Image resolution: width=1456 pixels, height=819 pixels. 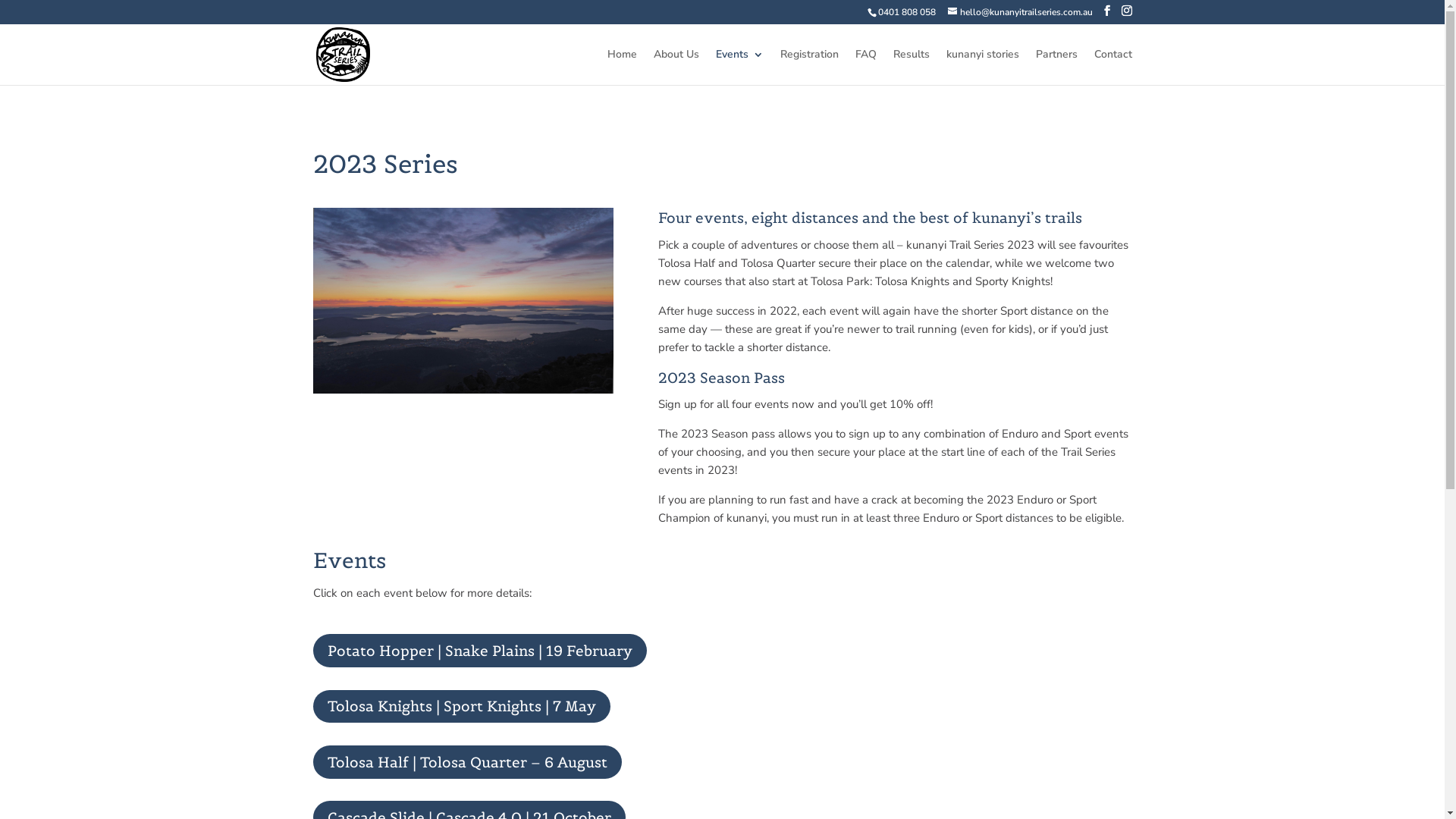 I want to click on 'Results', so click(x=910, y=66).